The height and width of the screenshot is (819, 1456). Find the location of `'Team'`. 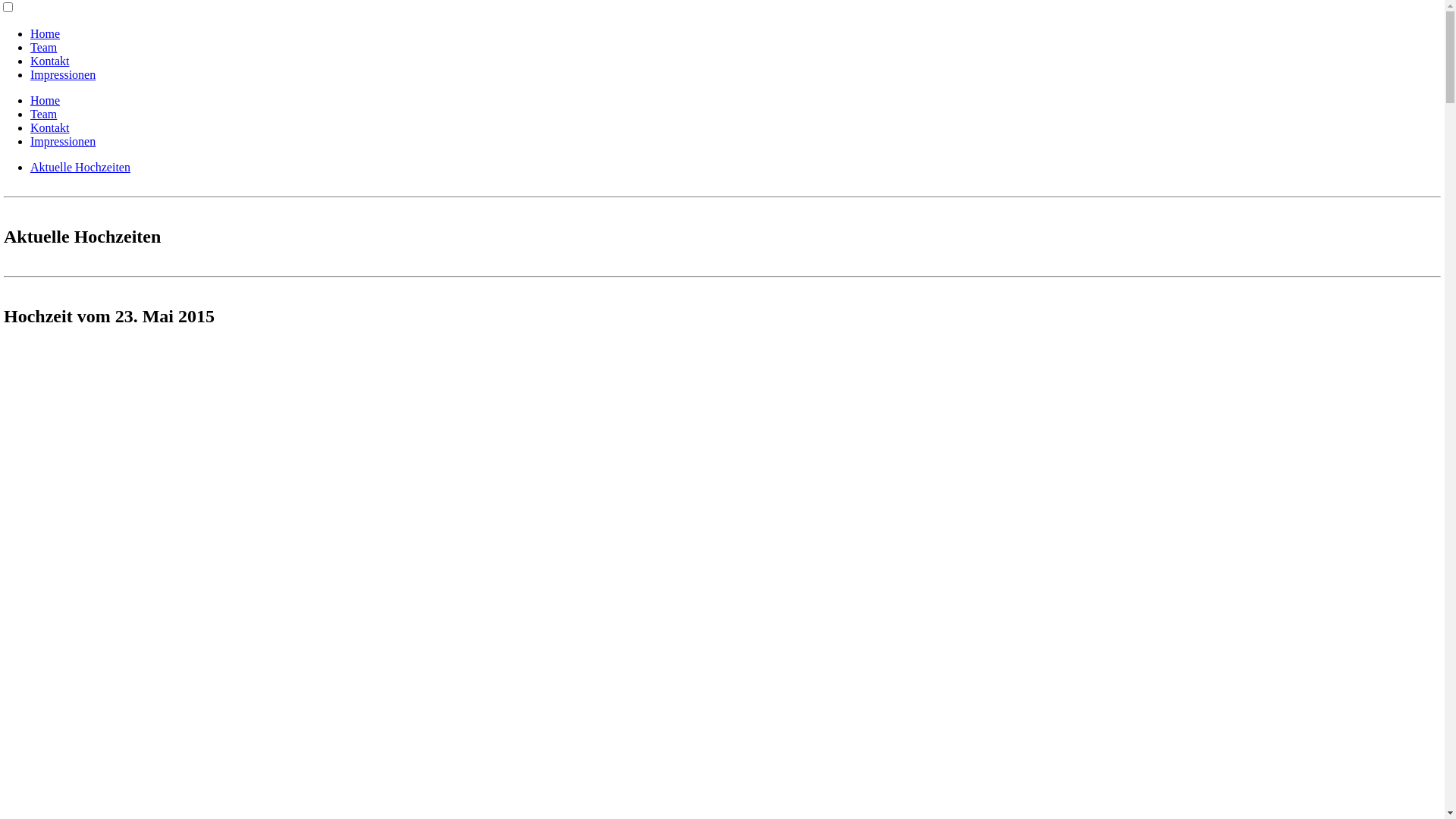

'Team' is located at coordinates (43, 113).